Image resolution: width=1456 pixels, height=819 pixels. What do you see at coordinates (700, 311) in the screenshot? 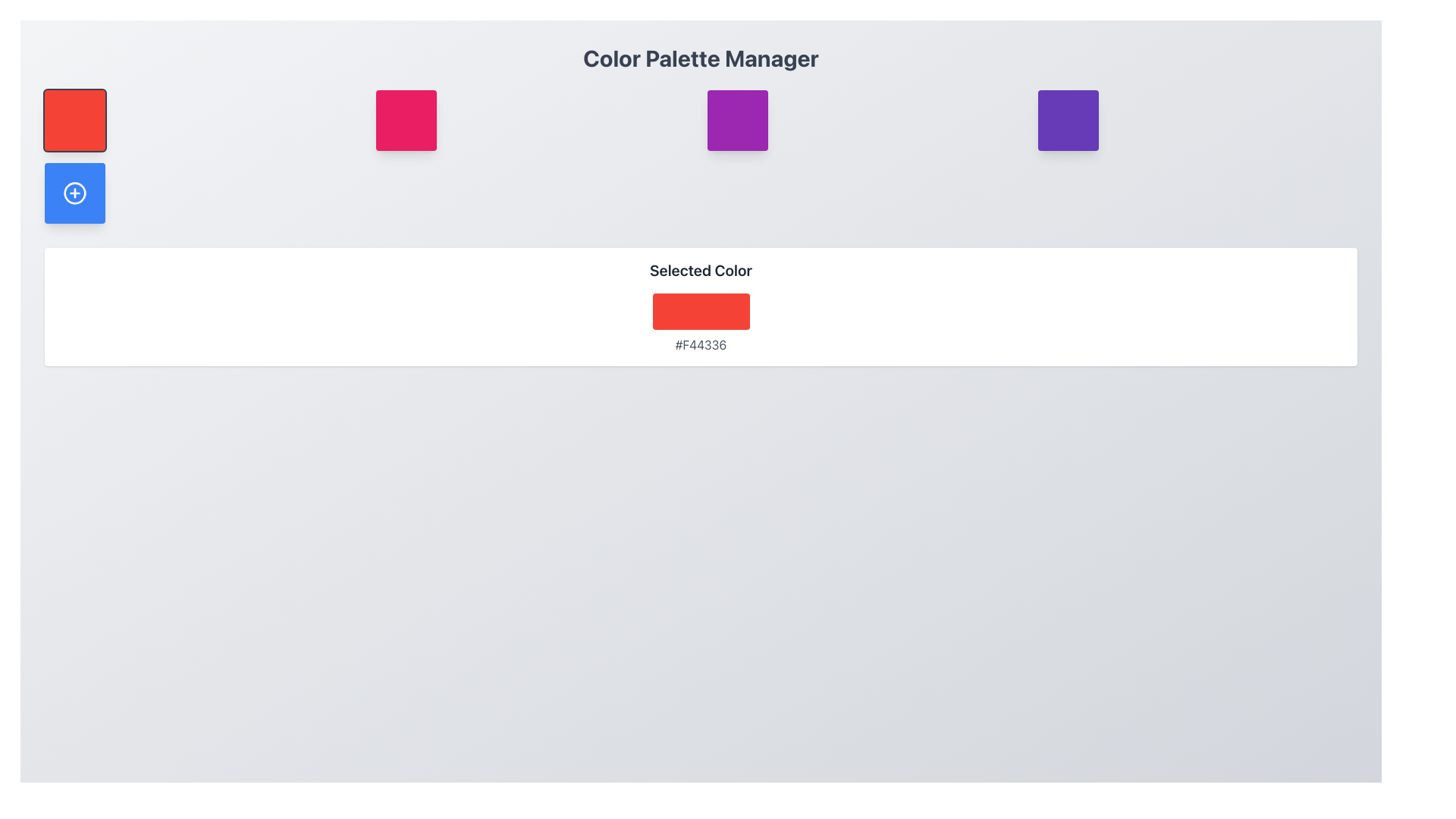
I see `the visual representation of the currently selected color in the color picker interface labeled 'Selected Color', which displays the color code '#F44336'` at bounding box center [700, 311].